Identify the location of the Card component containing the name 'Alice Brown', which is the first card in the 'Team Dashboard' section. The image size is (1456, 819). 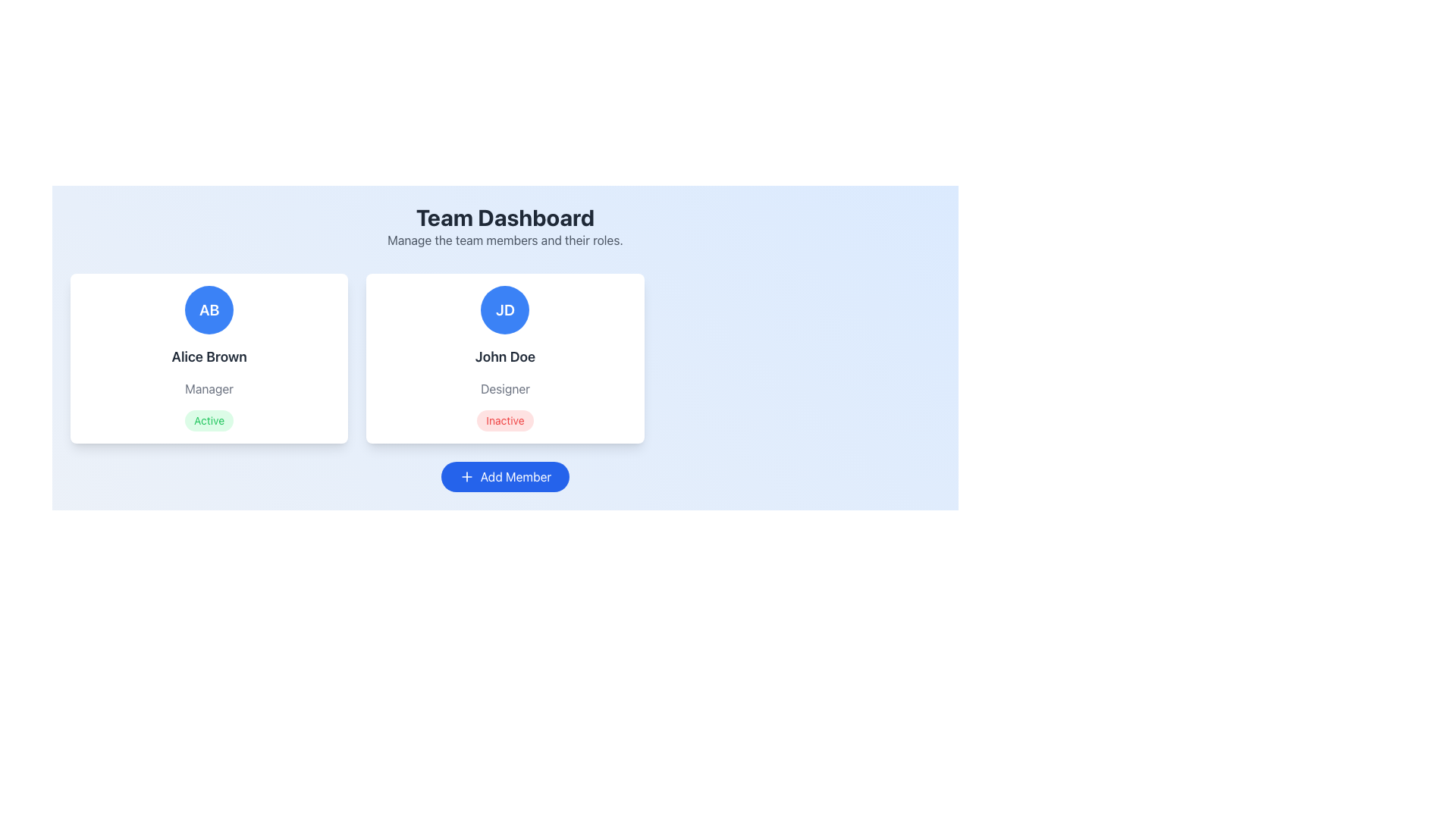
(209, 359).